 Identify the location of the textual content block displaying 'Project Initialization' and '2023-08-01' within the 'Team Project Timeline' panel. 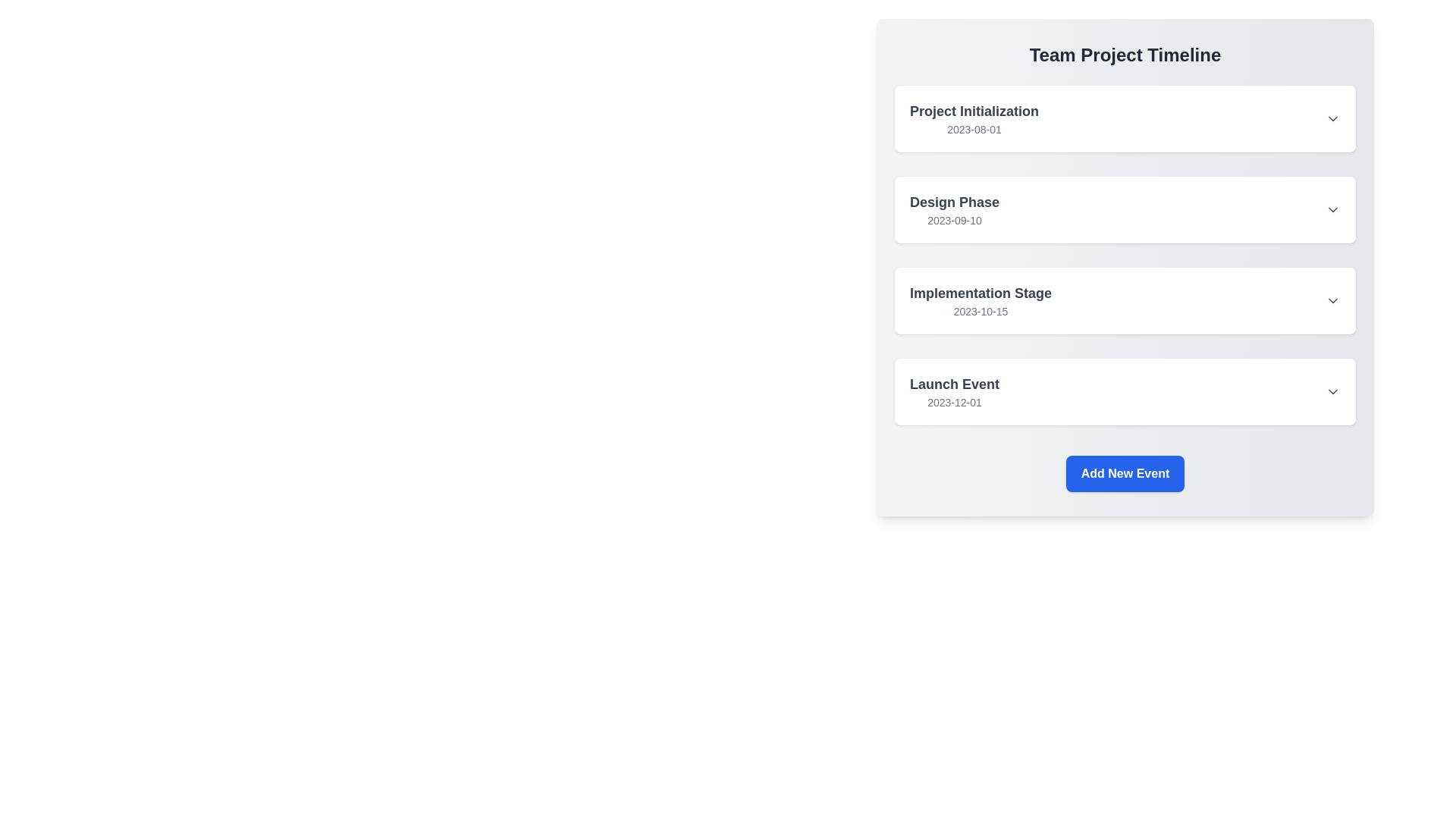
(974, 118).